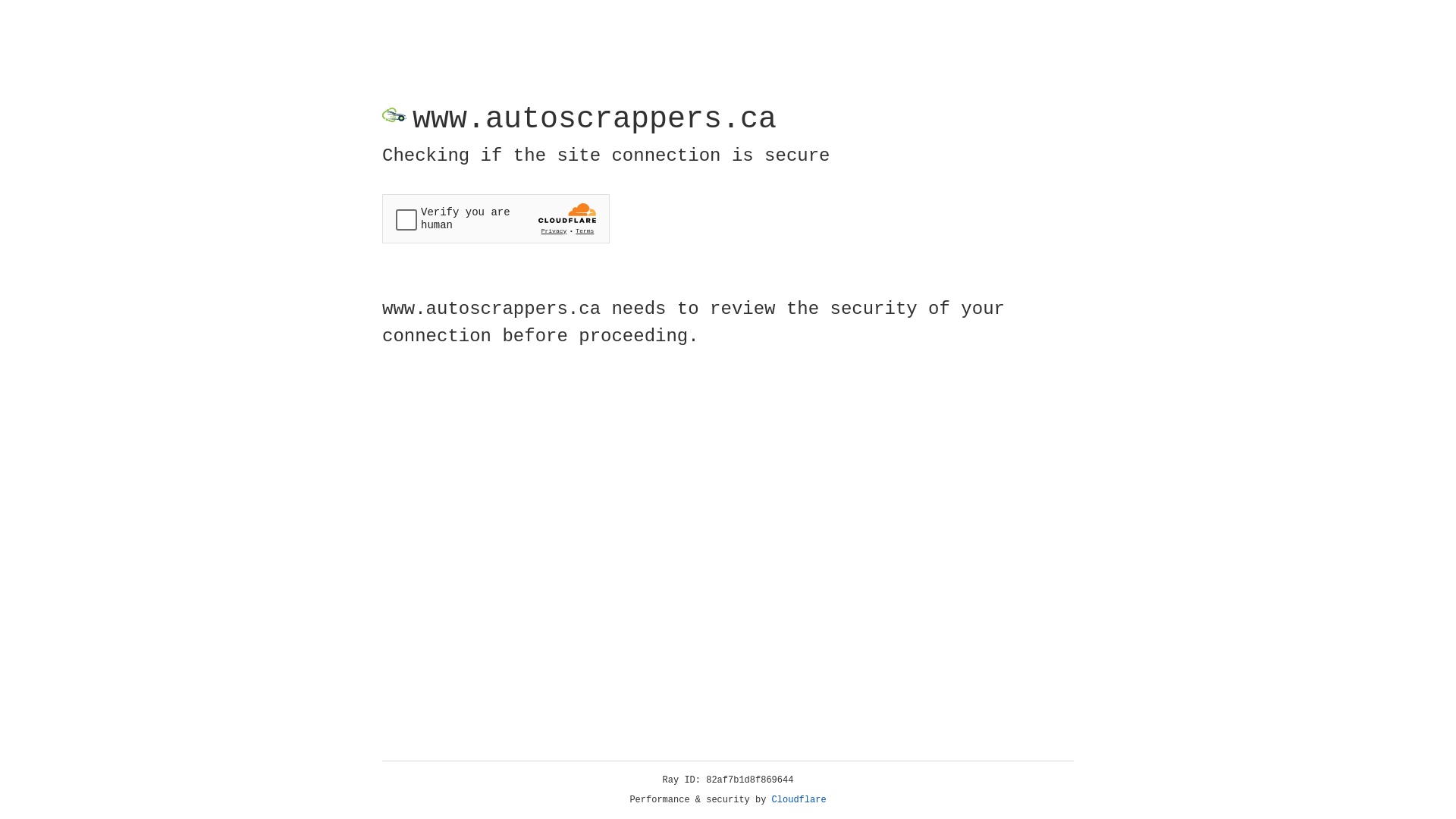 The width and height of the screenshot is (1456, 819). What do you see at coordinates (495, 218) in the screenshot?
I see `'Widget containing a Cloudflare security challenge'` at bounding box center [495, 218].